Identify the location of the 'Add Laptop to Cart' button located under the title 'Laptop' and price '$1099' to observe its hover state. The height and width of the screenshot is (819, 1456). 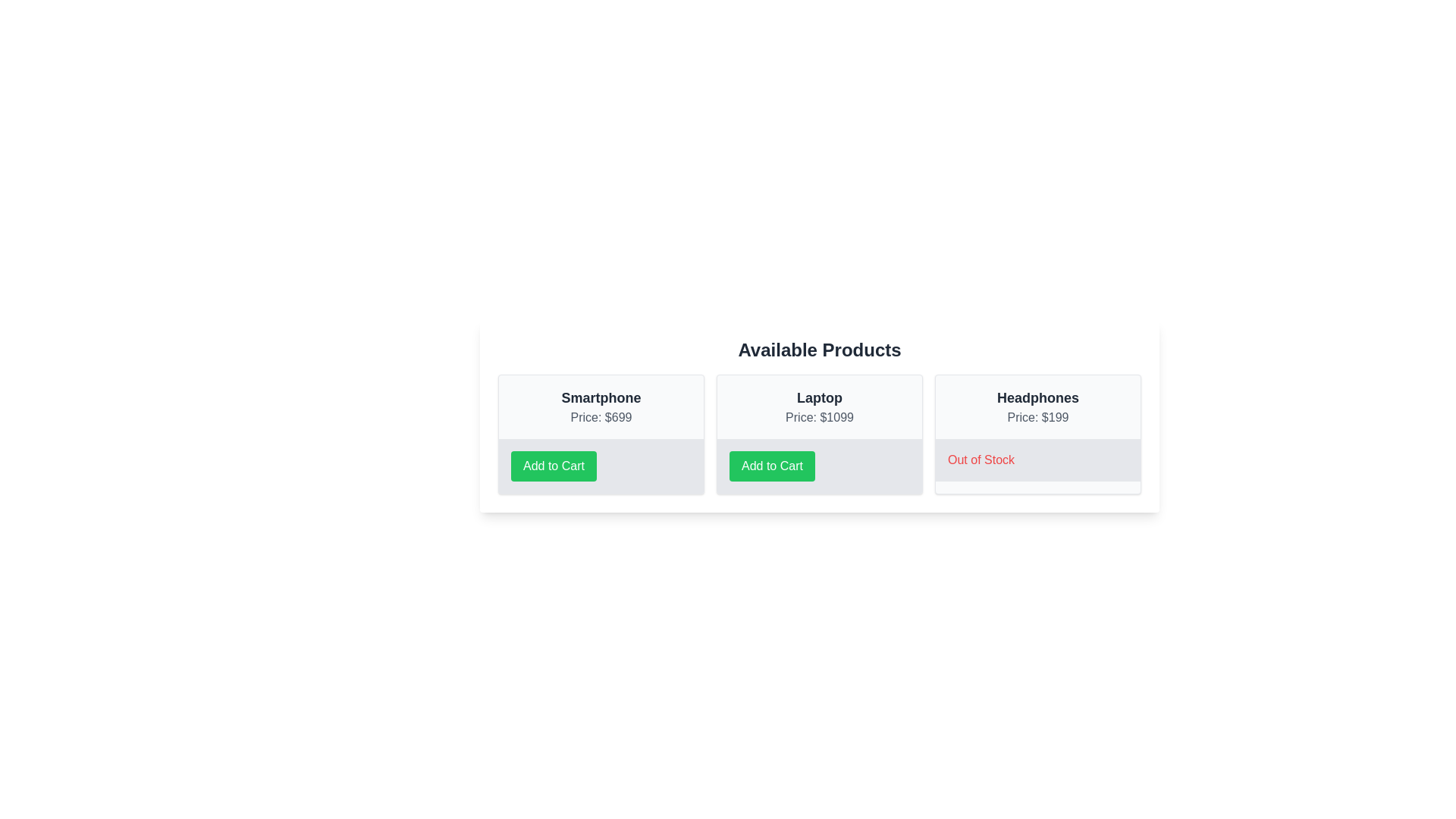
(818, 465).